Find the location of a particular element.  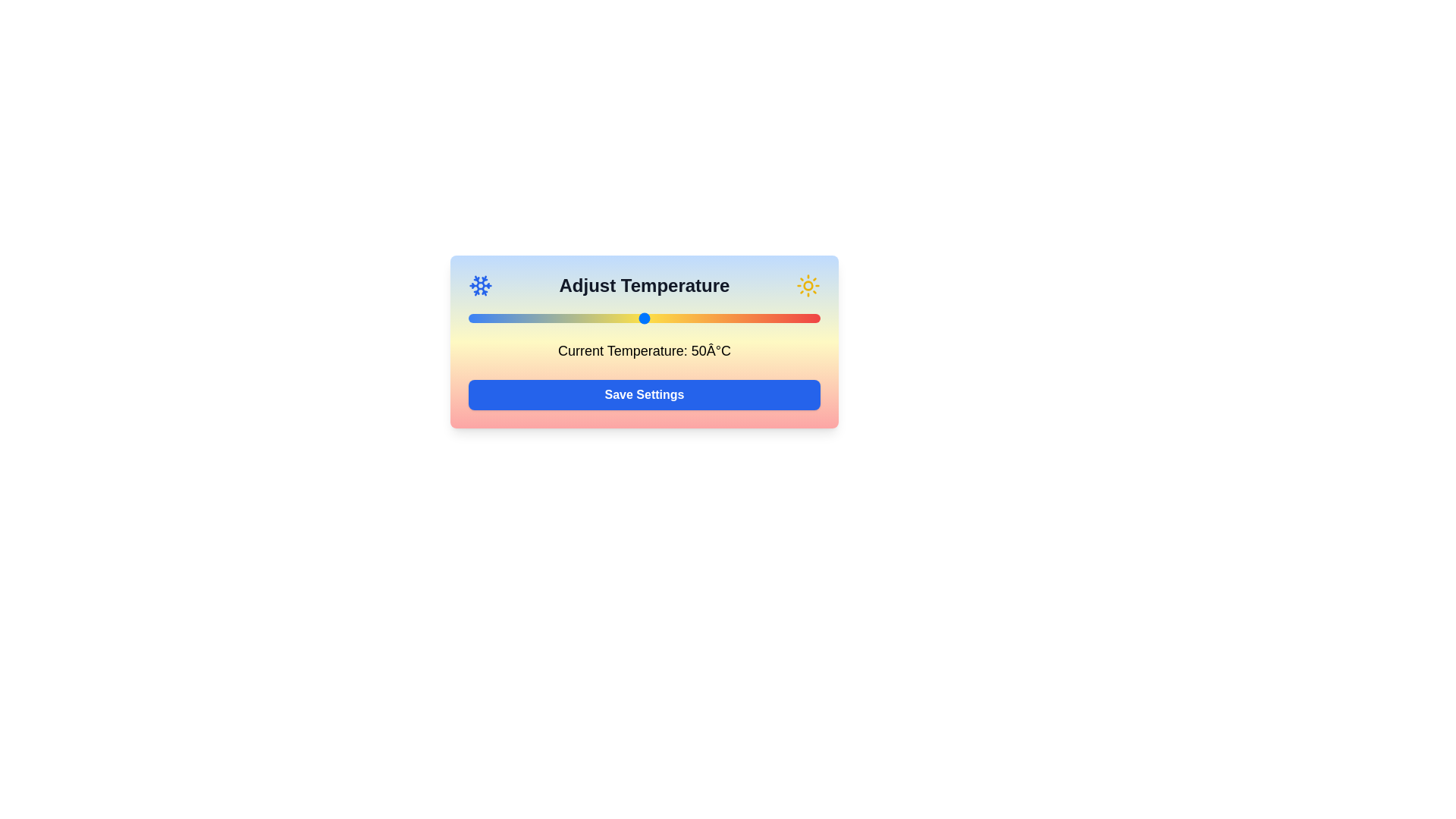

the temperature to 5°C by moving the slider is located at coordinates (486, 318).